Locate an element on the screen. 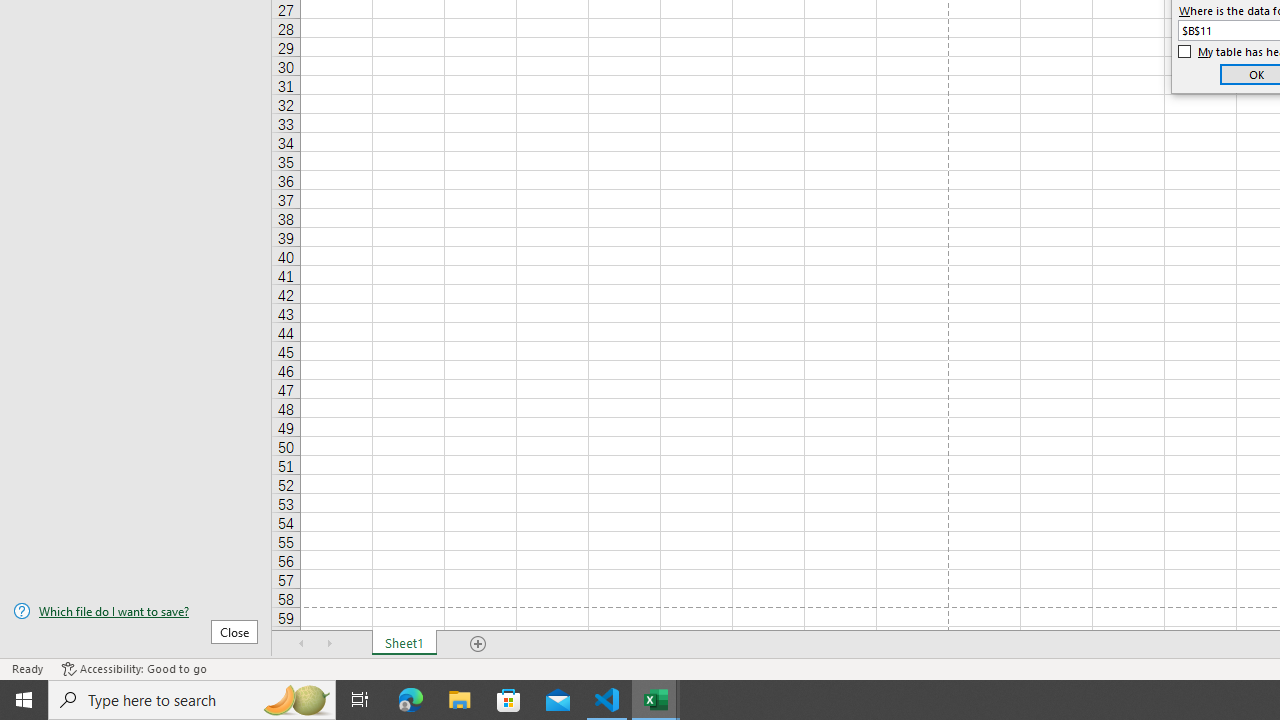 The width and height of the screenshot is (1280, 720). 'Which file do I want to save?' is located at coordinates (135, 610).